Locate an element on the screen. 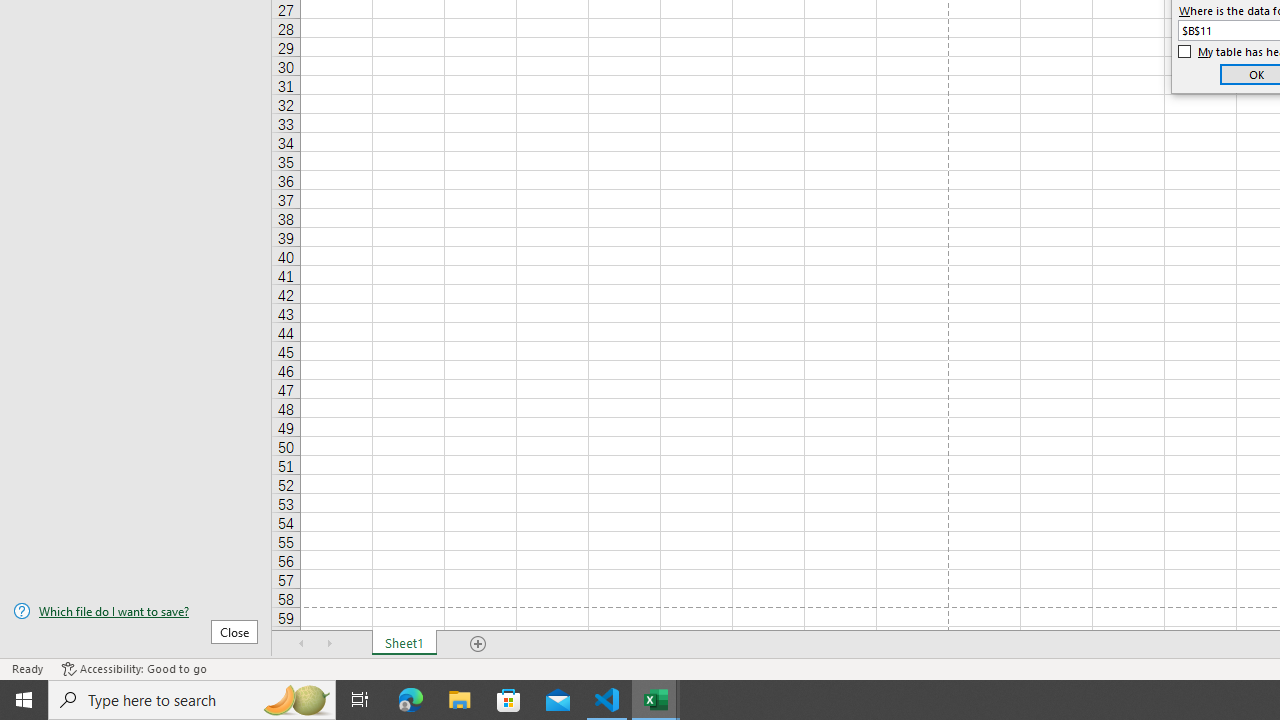 The width and height of the screenshot is (1280, 720). 'Which file do I want to save?' is located at coordinates (135, 610).